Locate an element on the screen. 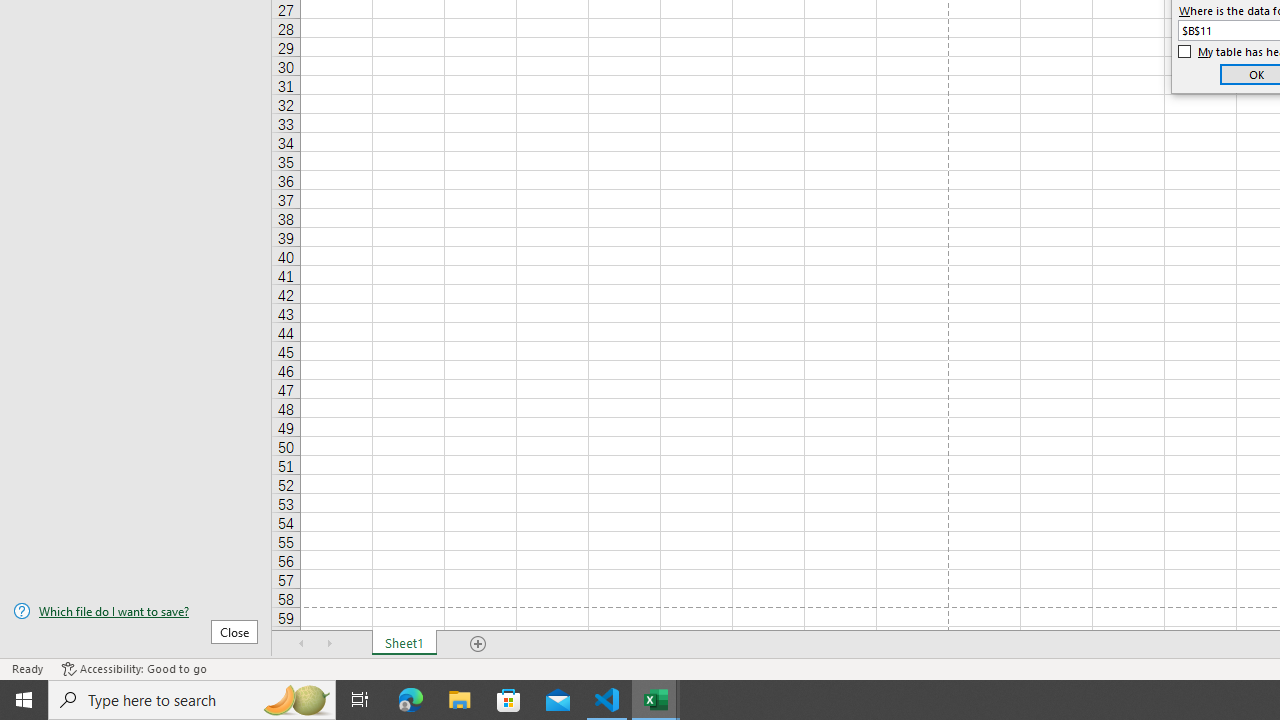 The width and height of the screenshot is (1280, 720). 'Which file do I want to save?' is located at coordinates (135, 610).